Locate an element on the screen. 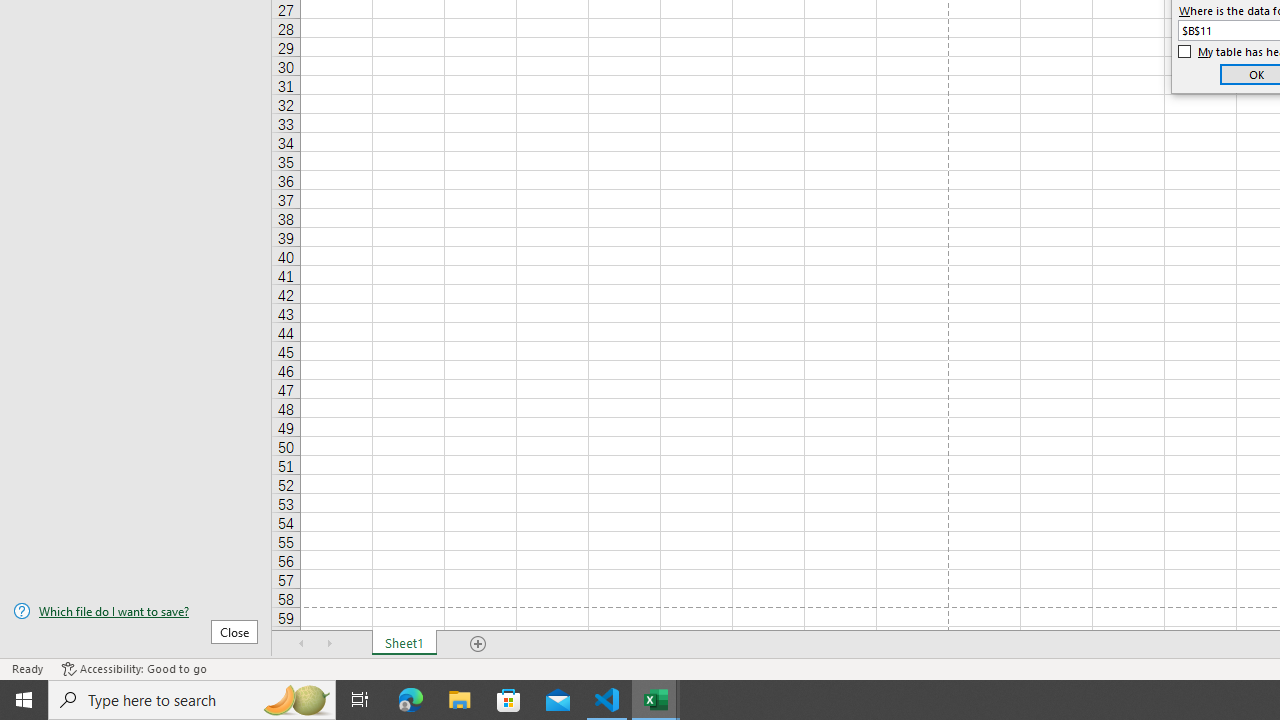 The width and height of the screenshot is (1280, 720). 'Which file do I want to save?' is located at coordinates (135, 610).